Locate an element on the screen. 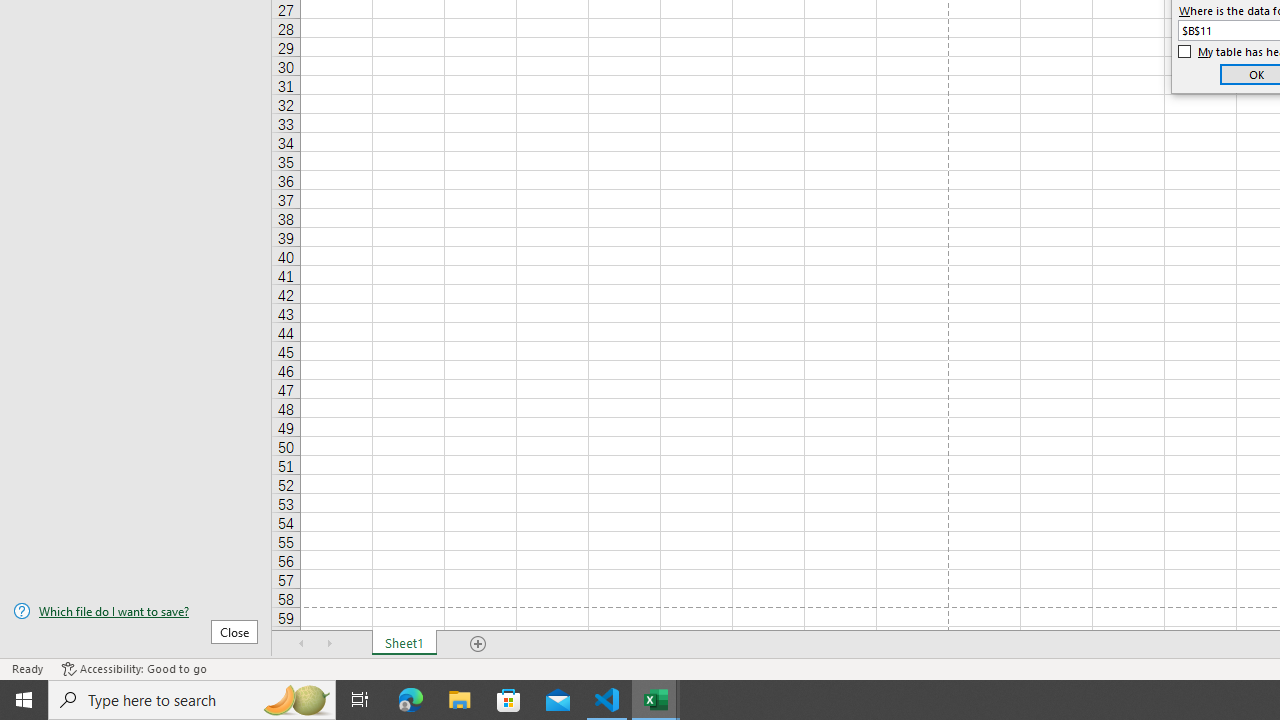 The width and height of the screenshot is (1280, 720). 'Which file do I want to save?' is located at coordinates (135, 610).